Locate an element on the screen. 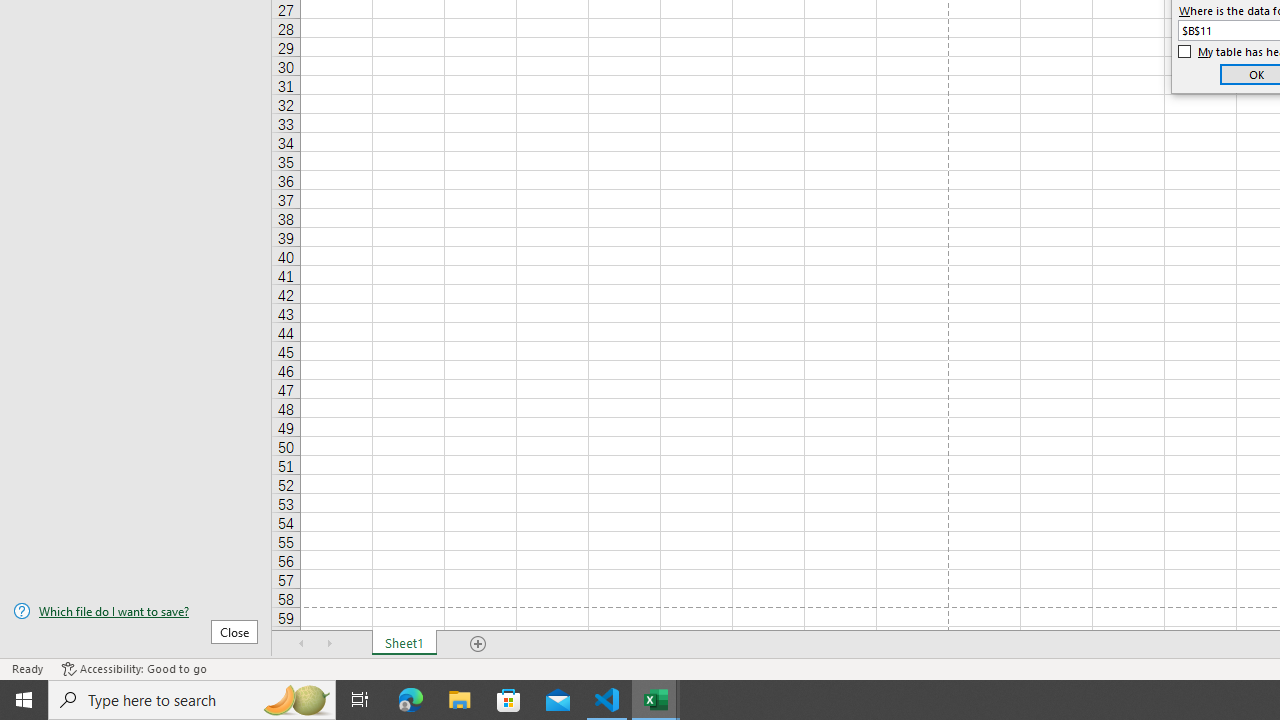 The width and height of the screenshot is (1280, 720). 'Which file do I want to save?' is located at coordinates (135, 610).